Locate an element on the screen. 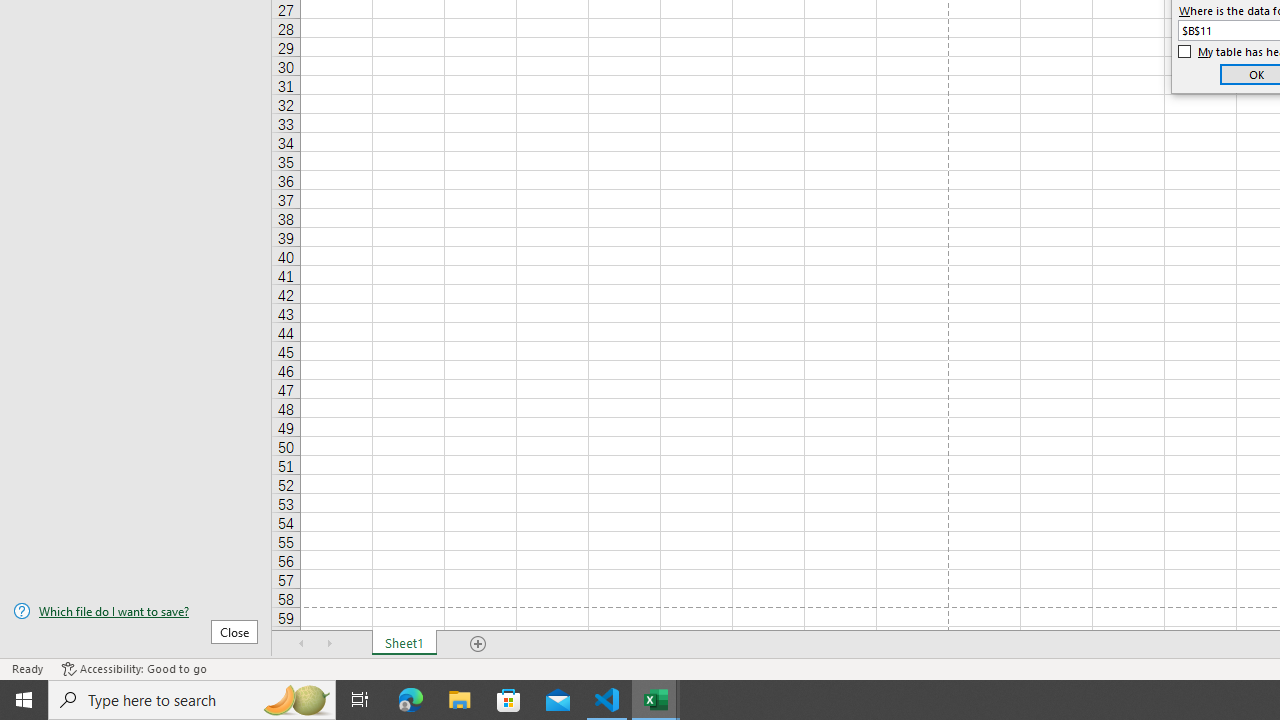 The width and height of the screenshot is (1280, 720). 'Which file do I want to save?' is located at coordinates (135, 610).